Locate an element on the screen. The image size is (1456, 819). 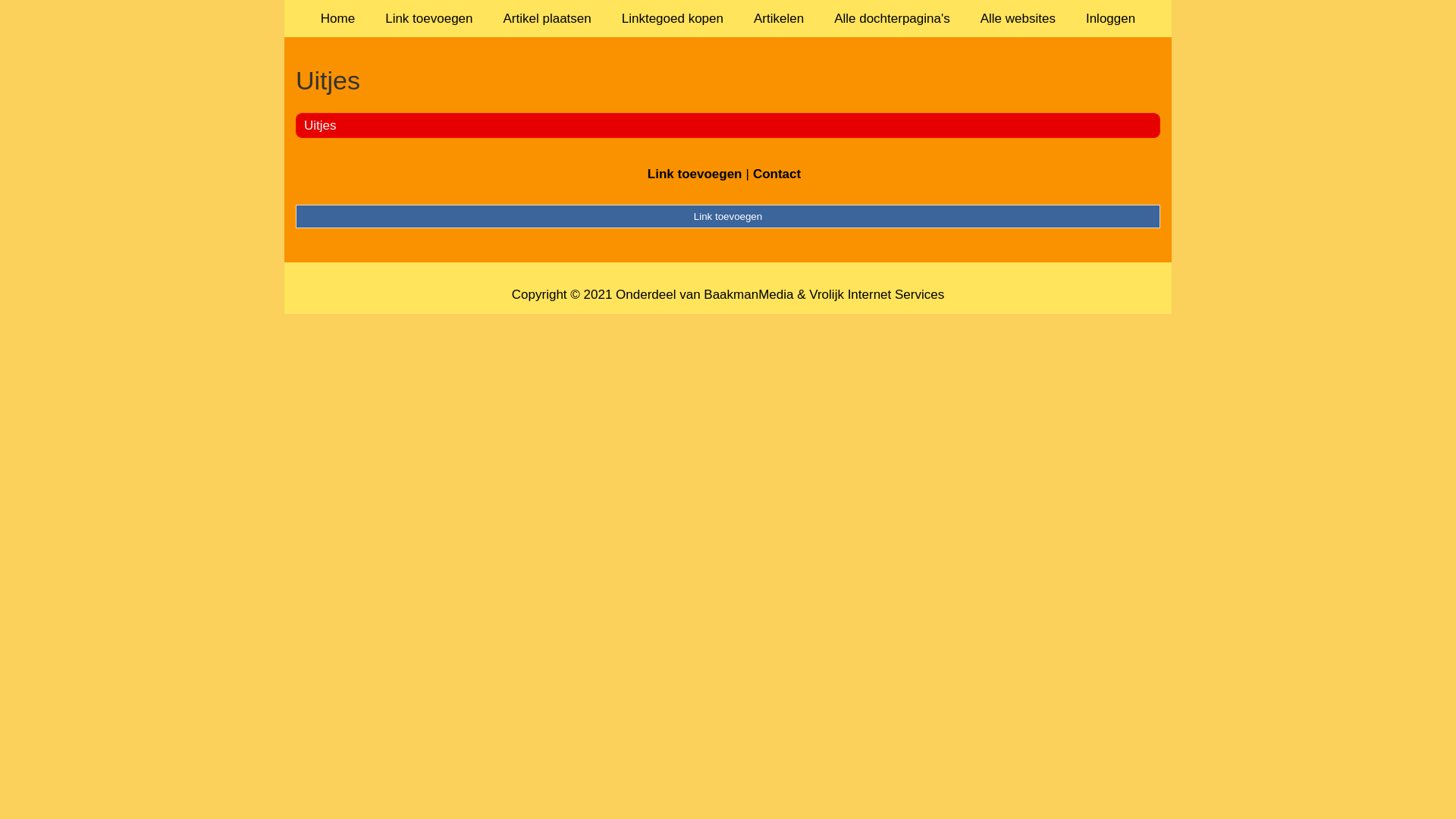
'Artikelen' is located at coordinates (739, 18).